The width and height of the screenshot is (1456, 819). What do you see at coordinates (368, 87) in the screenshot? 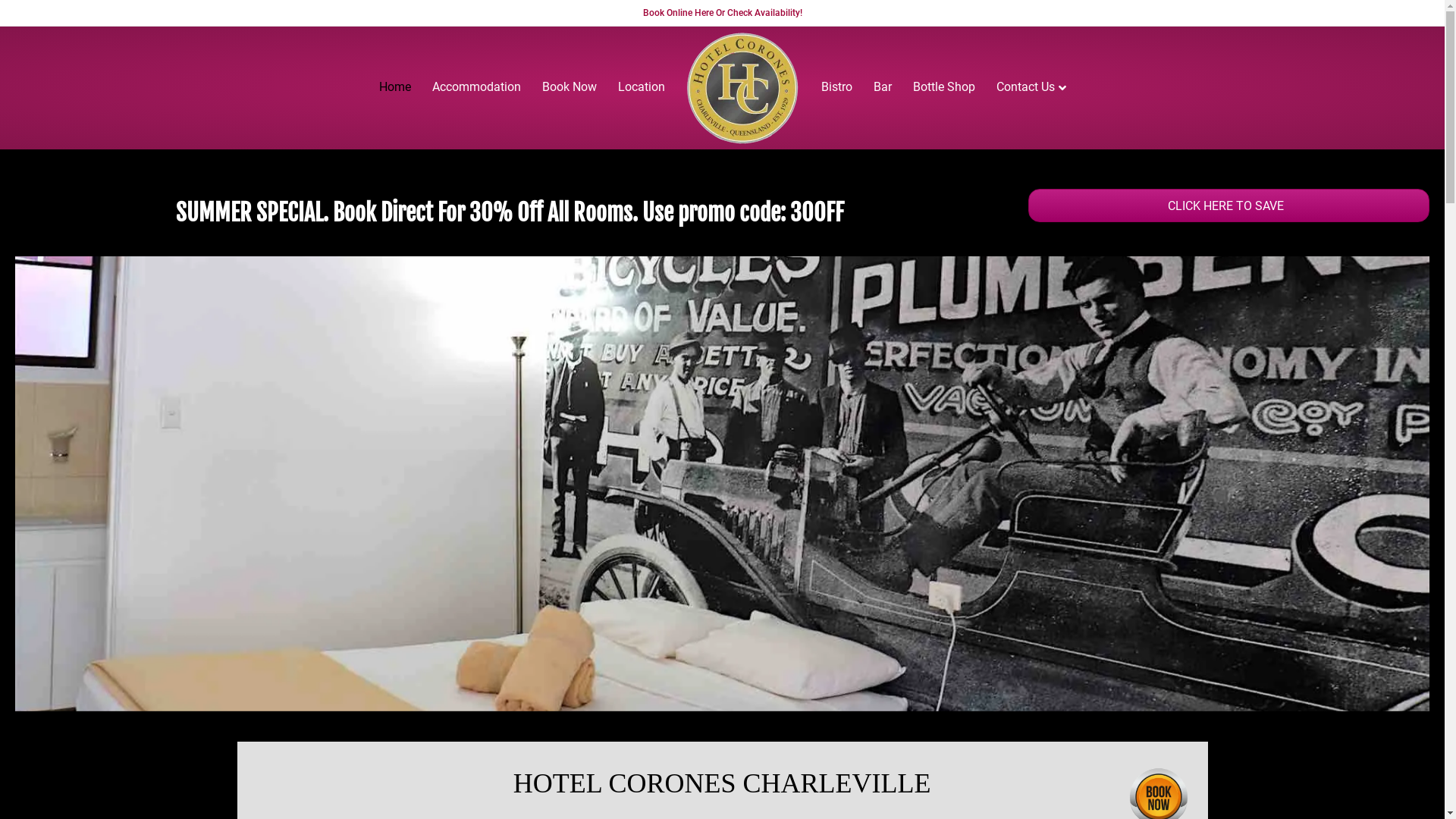
I see `'Home'` at bounding box center [368, 87].